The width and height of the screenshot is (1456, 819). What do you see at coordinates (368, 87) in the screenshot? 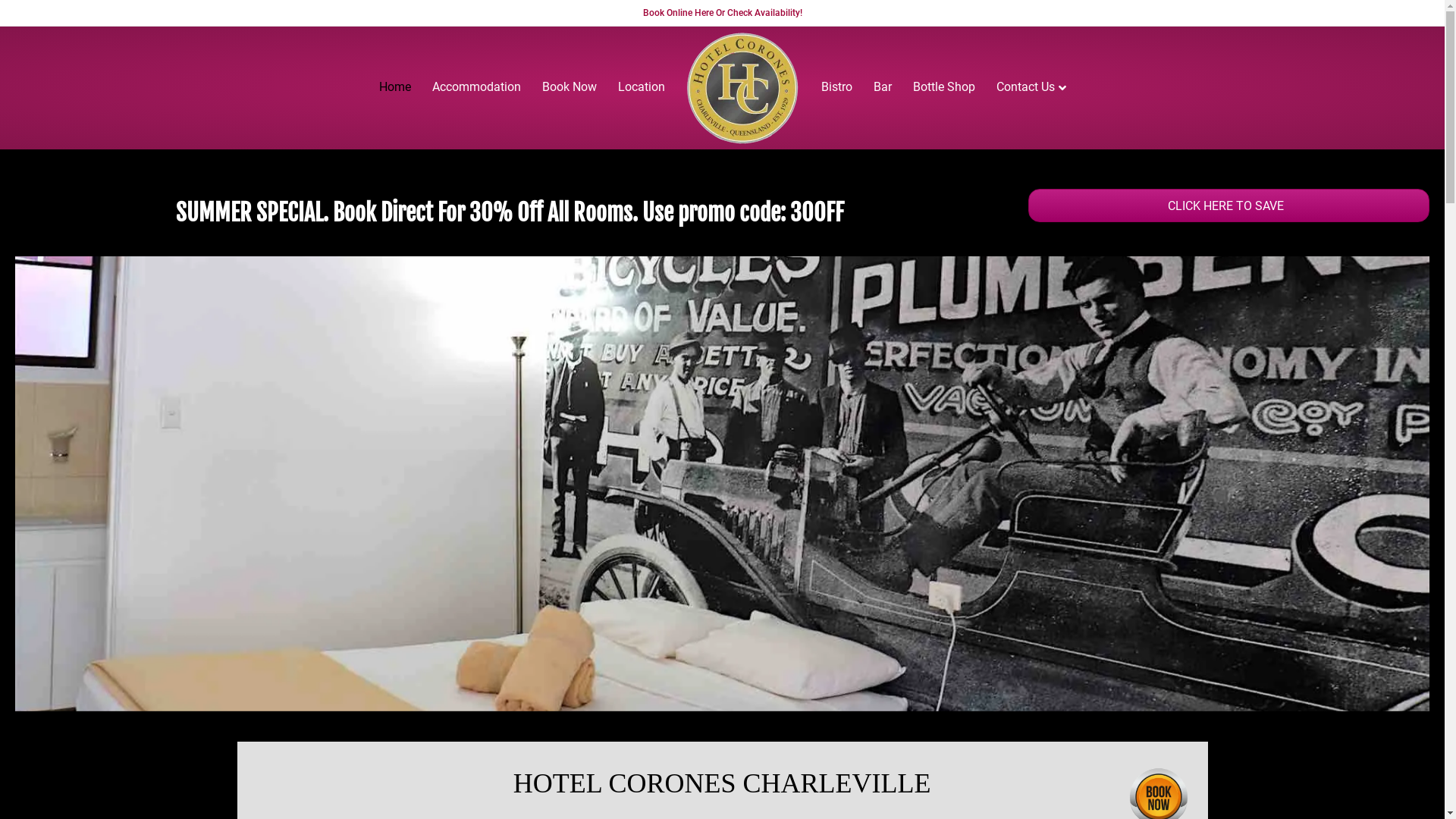
I see `'Home'` at bounding box center [368, 87].